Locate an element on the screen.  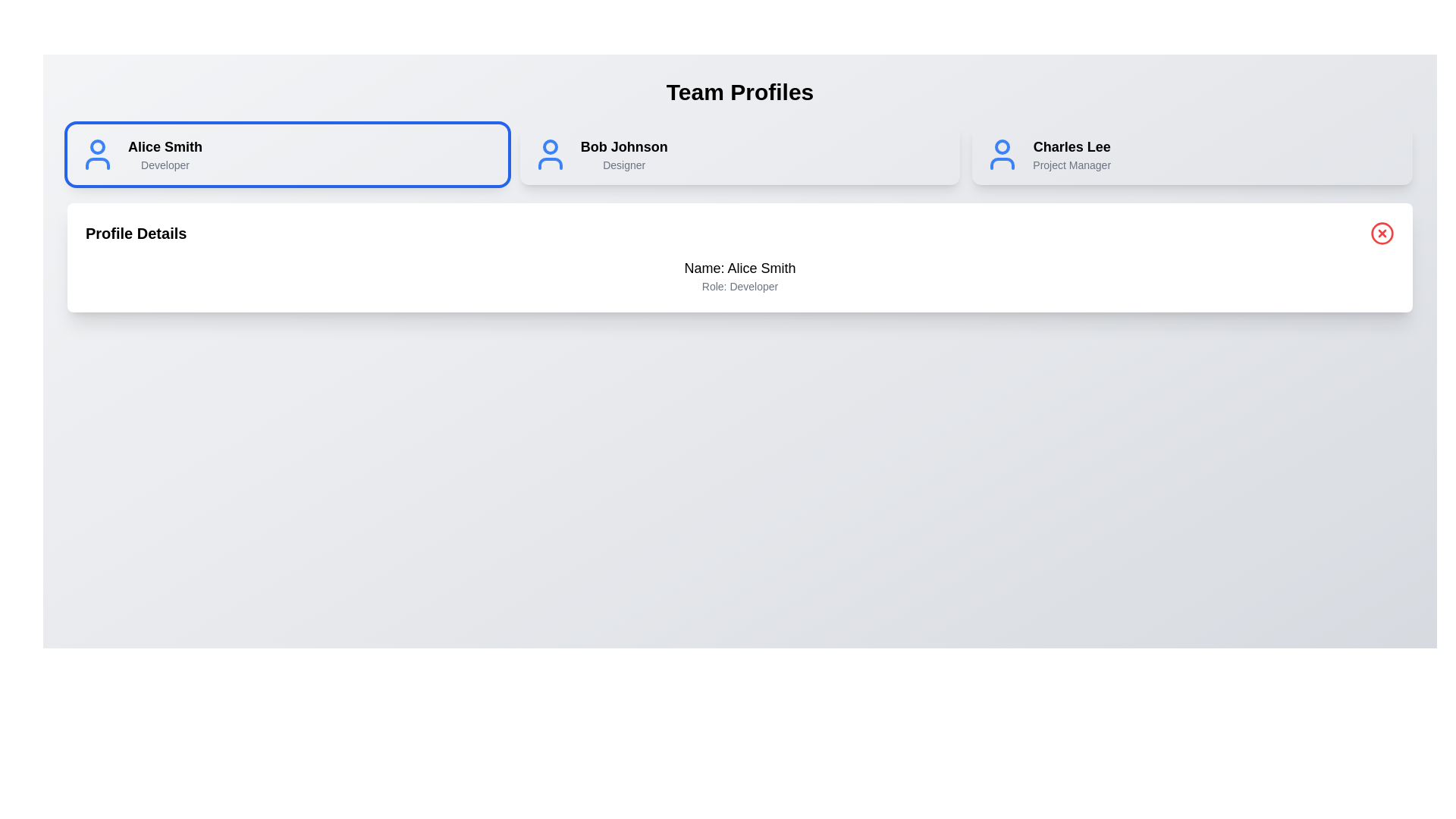
the profile card representing 'Bob Johnson', the second card in a row of three profile cards is located at coordinates (739, 155).